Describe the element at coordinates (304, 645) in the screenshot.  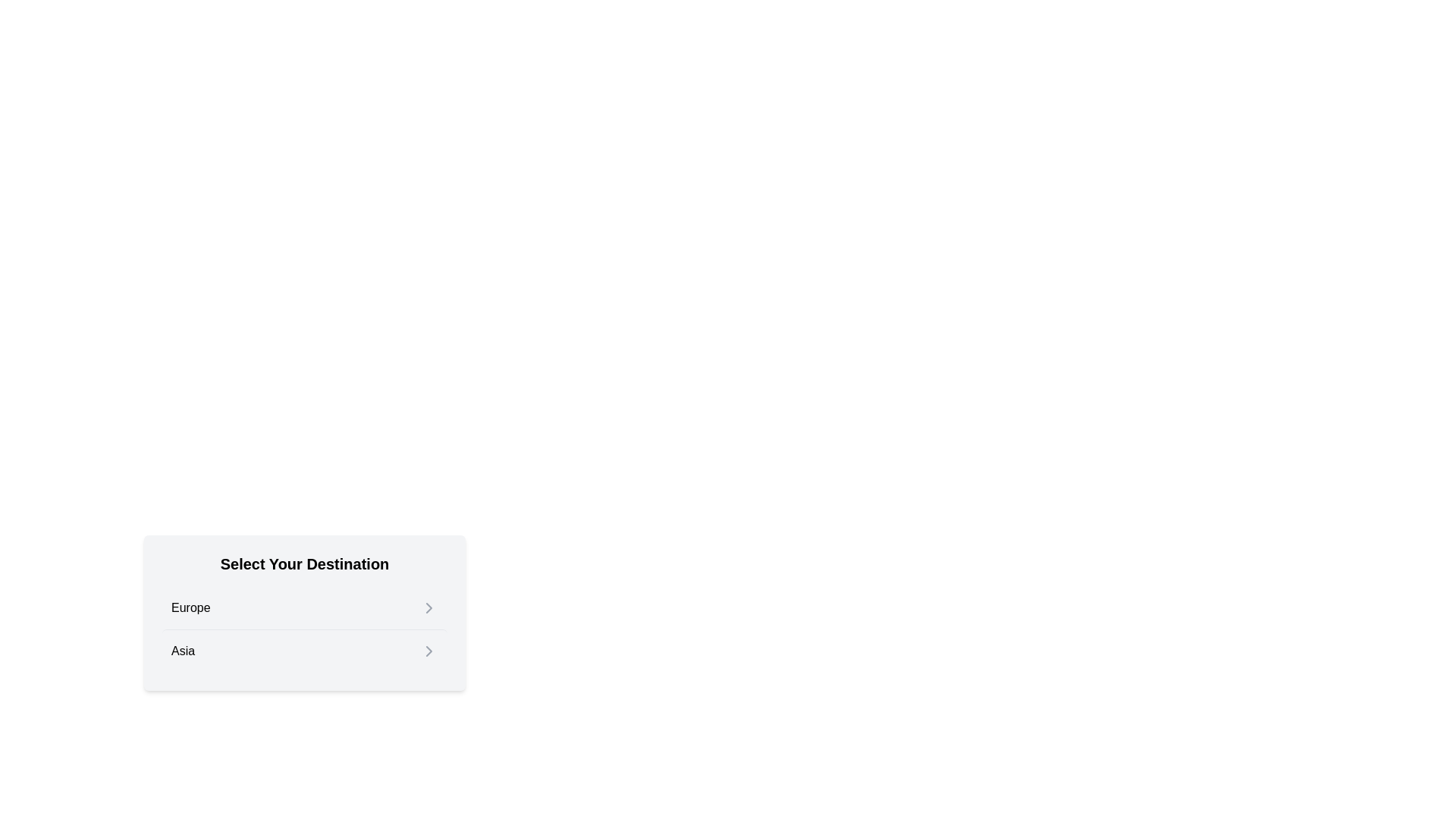
I see `the 'Asia' option in the navigation list` at that location.